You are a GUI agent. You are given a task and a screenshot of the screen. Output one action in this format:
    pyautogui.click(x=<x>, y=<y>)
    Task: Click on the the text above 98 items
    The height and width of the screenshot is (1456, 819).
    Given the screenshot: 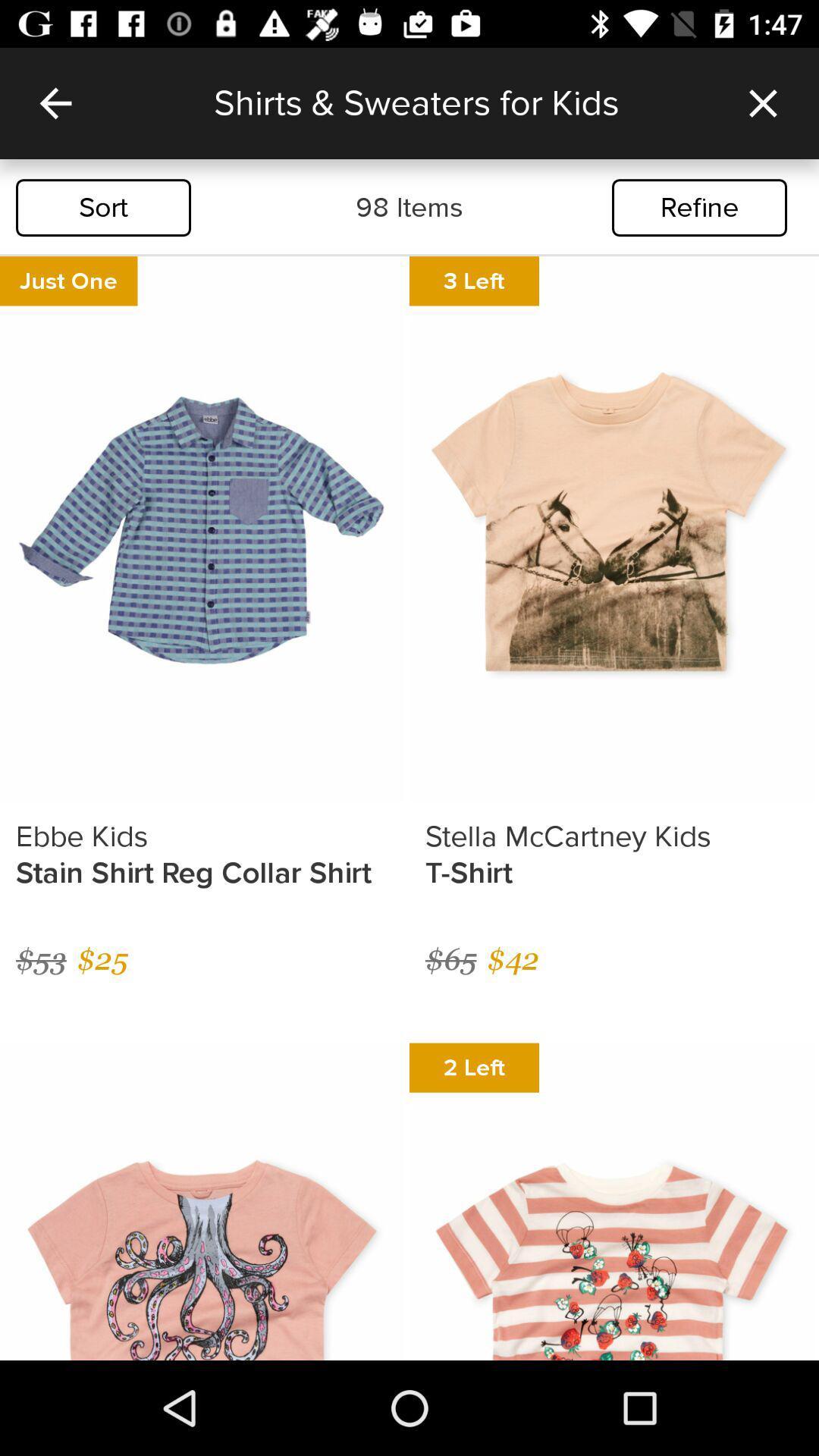 What is the action you would take?
    pyautogui.click(x=460, y=102)
    